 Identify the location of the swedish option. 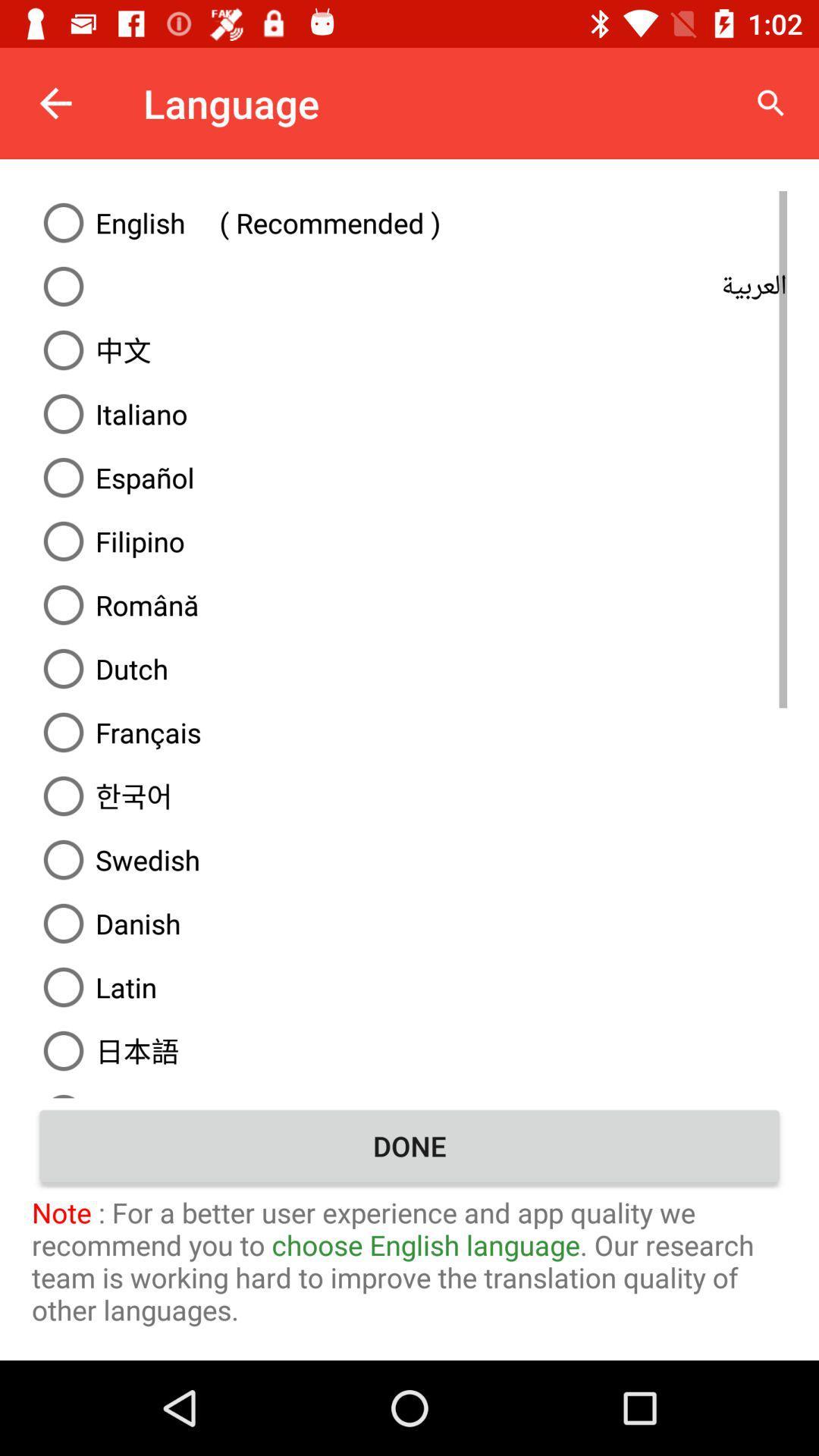
(409, 859).